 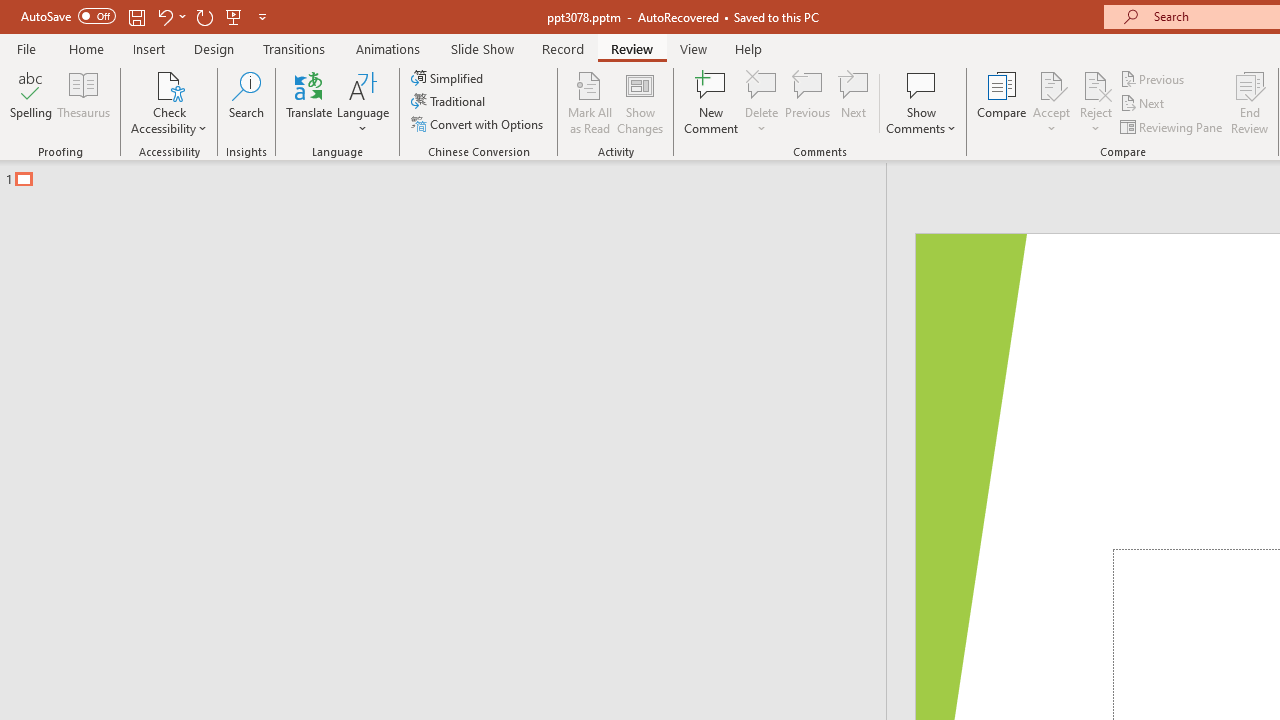 What do you see at coordinates (82, 103) in the screenshot?
I see `'Thesaurus...'` at bounding box center [82, 103].